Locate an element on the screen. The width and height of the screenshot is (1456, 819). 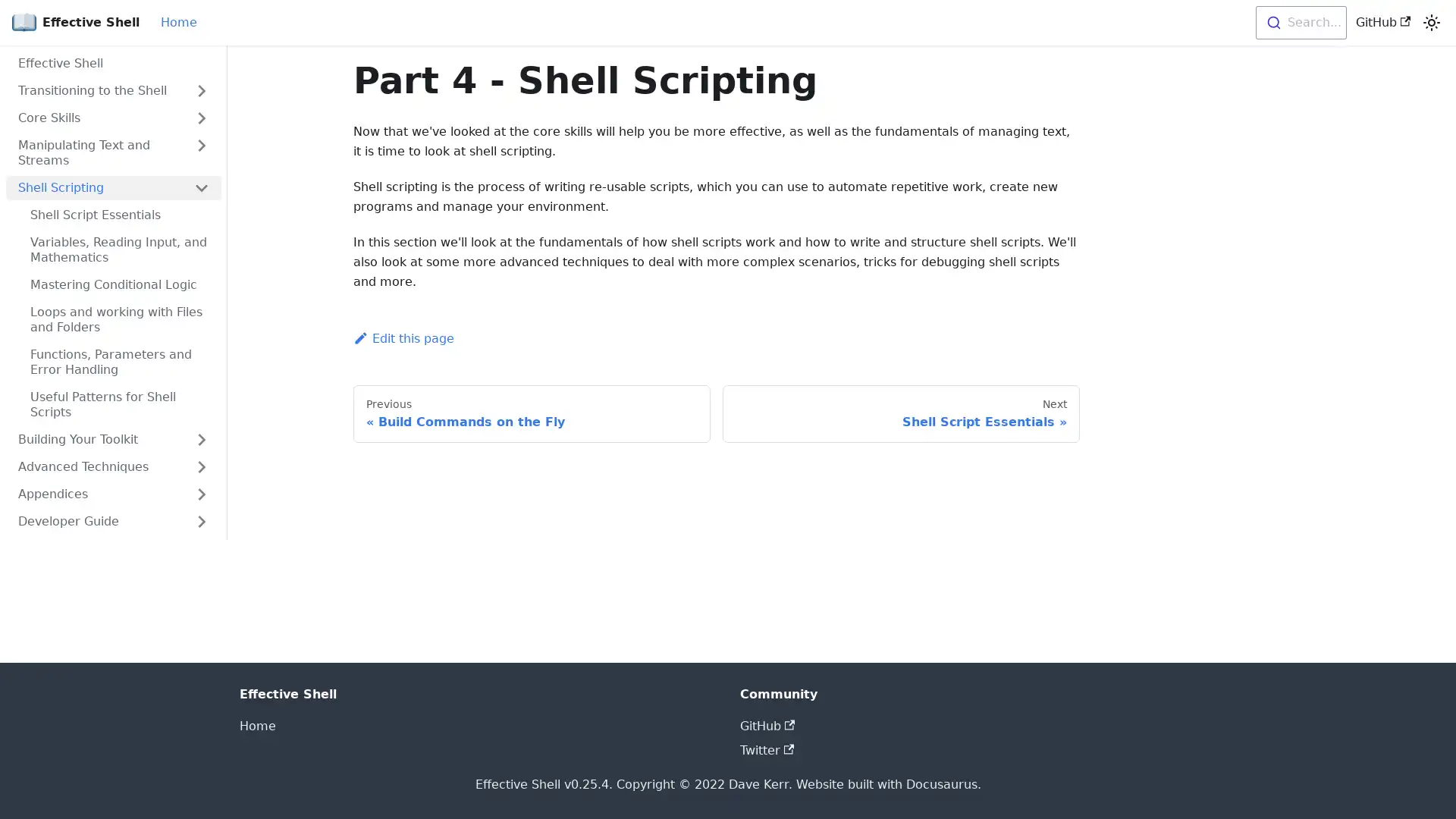
Toggle the collapsible sidebar category 'Shell Scripting' is located at coordinates (200, 187).